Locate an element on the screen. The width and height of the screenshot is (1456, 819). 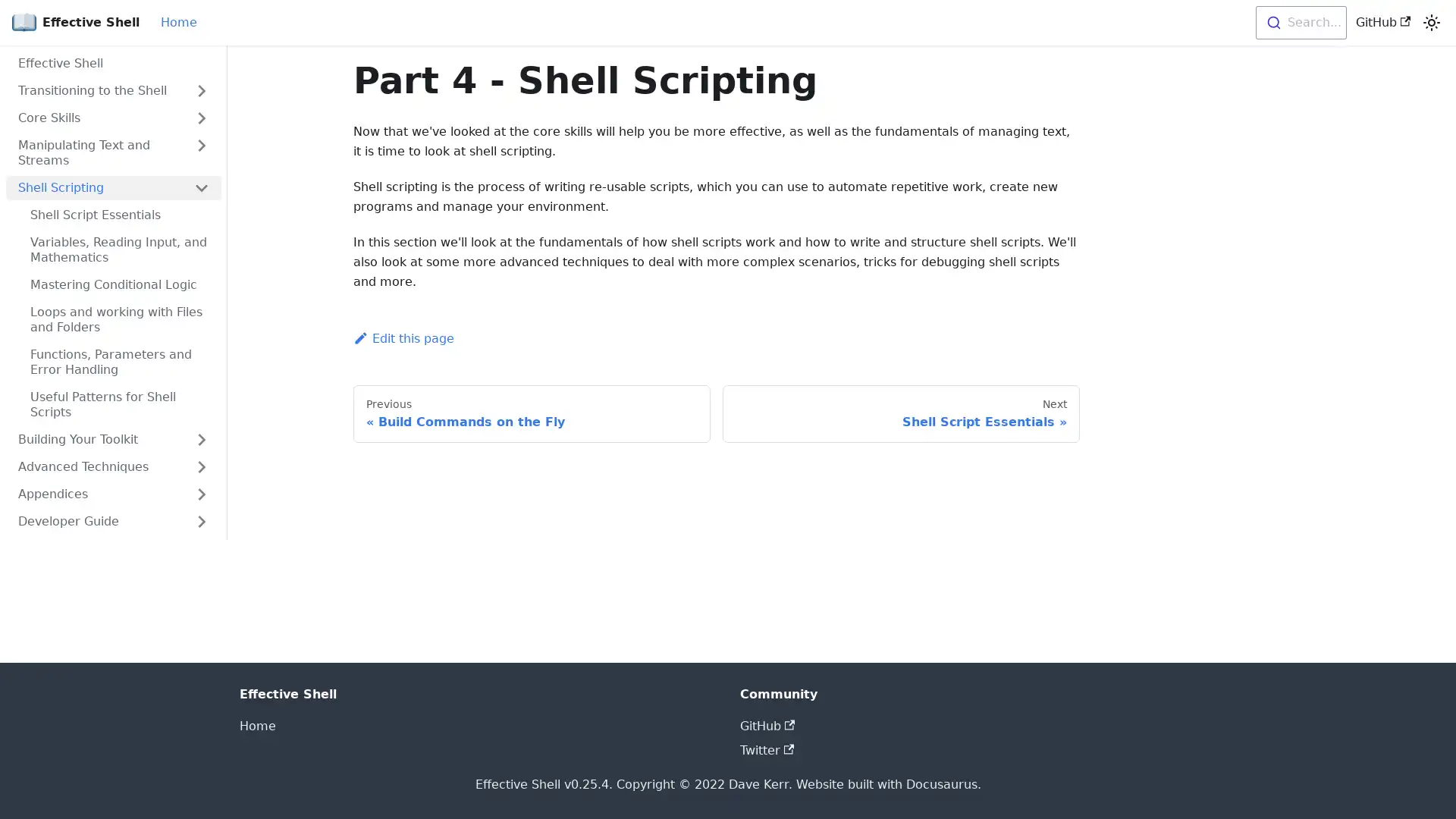
Toggle the collapsible sidebar category 'Shell Scripting' is located at coordinates (200, 187).